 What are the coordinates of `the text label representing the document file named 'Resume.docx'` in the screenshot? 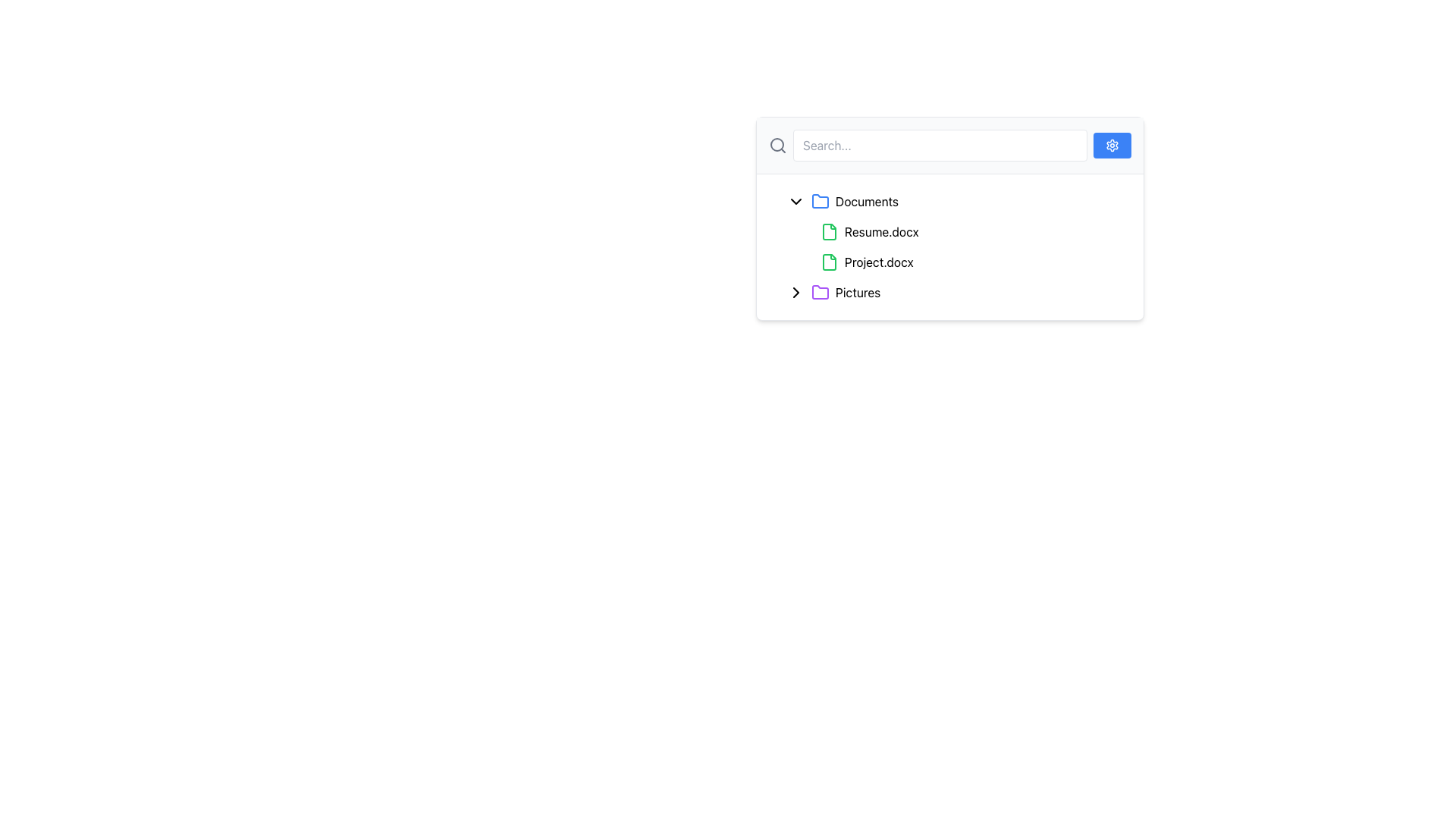 It's located at (880, 231).